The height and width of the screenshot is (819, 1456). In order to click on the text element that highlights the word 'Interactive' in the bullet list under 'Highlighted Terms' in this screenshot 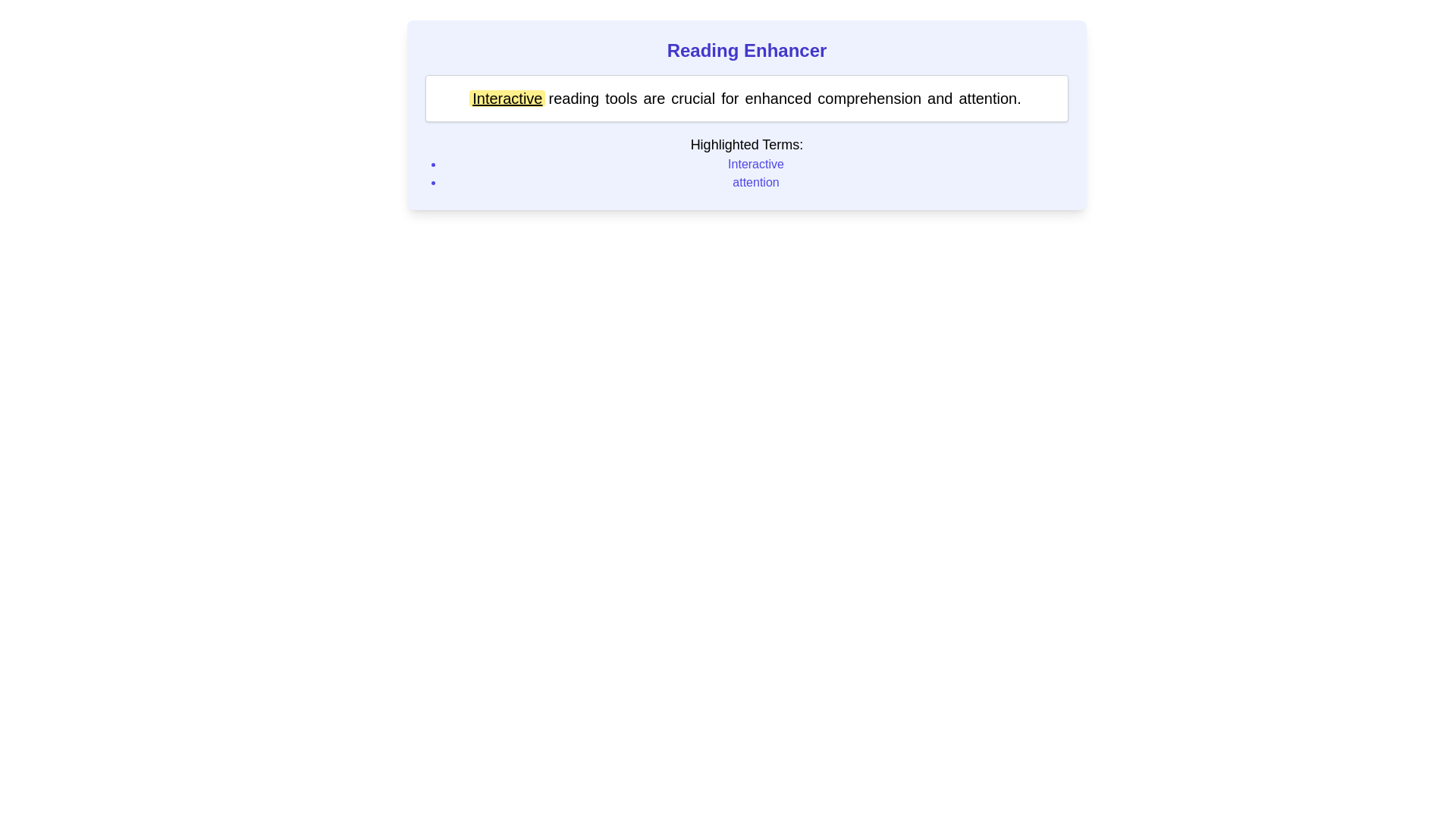, I will do `click(756, 164)`.